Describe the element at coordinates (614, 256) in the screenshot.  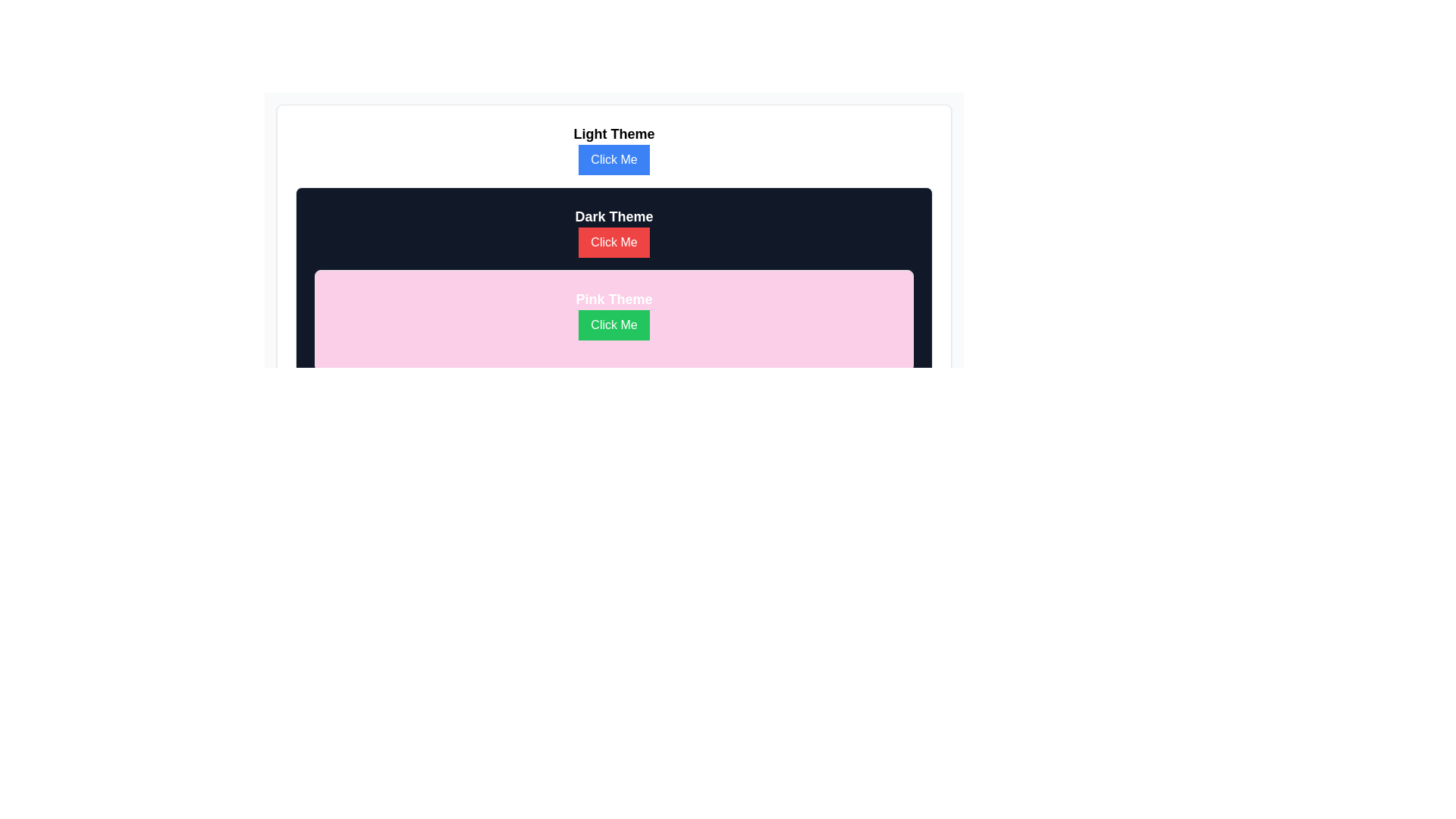
I see `the rectangular button with a red background and white text reading 'Click Me'` at that location.